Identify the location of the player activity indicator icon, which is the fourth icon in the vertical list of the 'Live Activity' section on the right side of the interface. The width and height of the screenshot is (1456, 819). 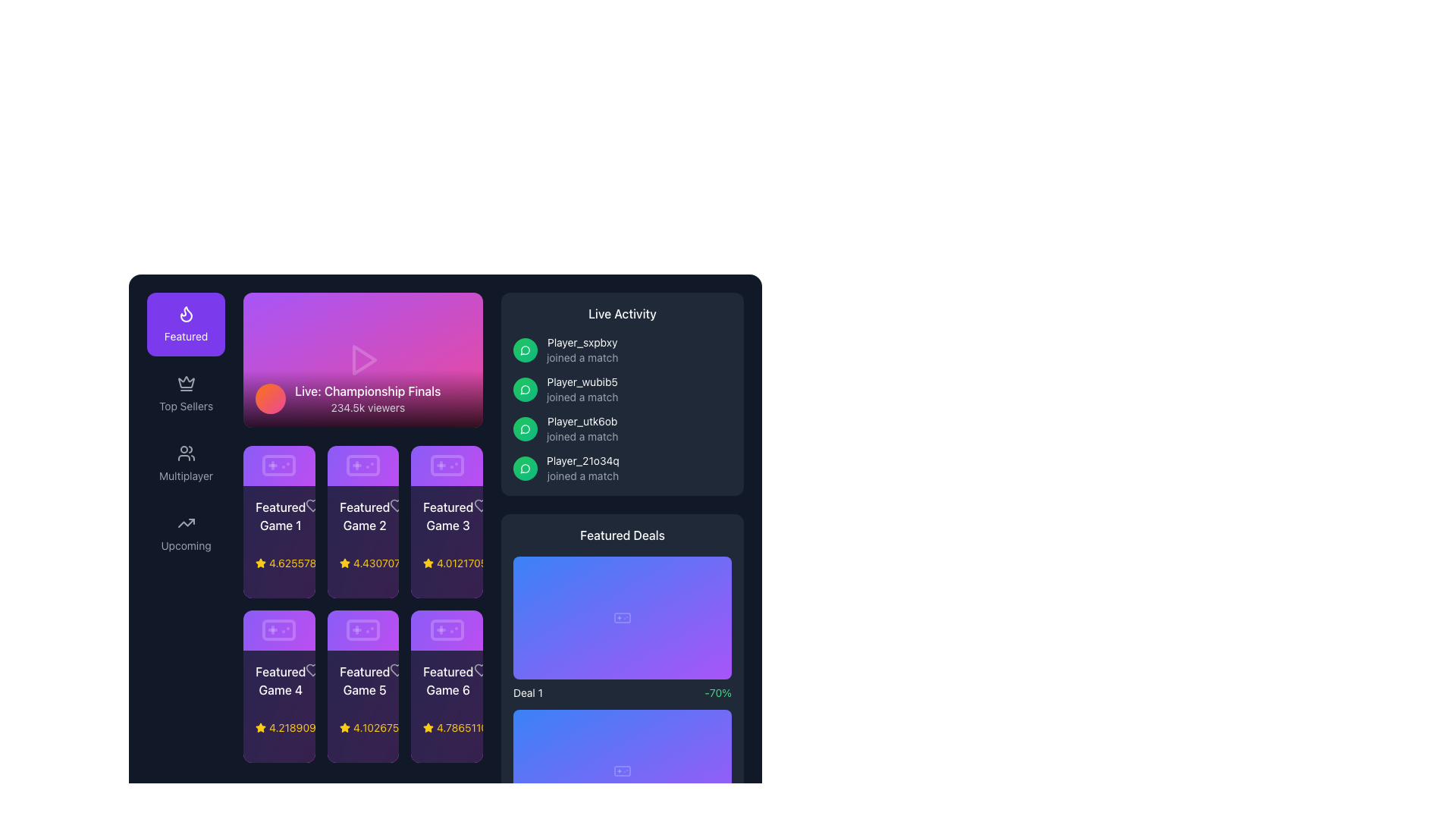
(525, 467).